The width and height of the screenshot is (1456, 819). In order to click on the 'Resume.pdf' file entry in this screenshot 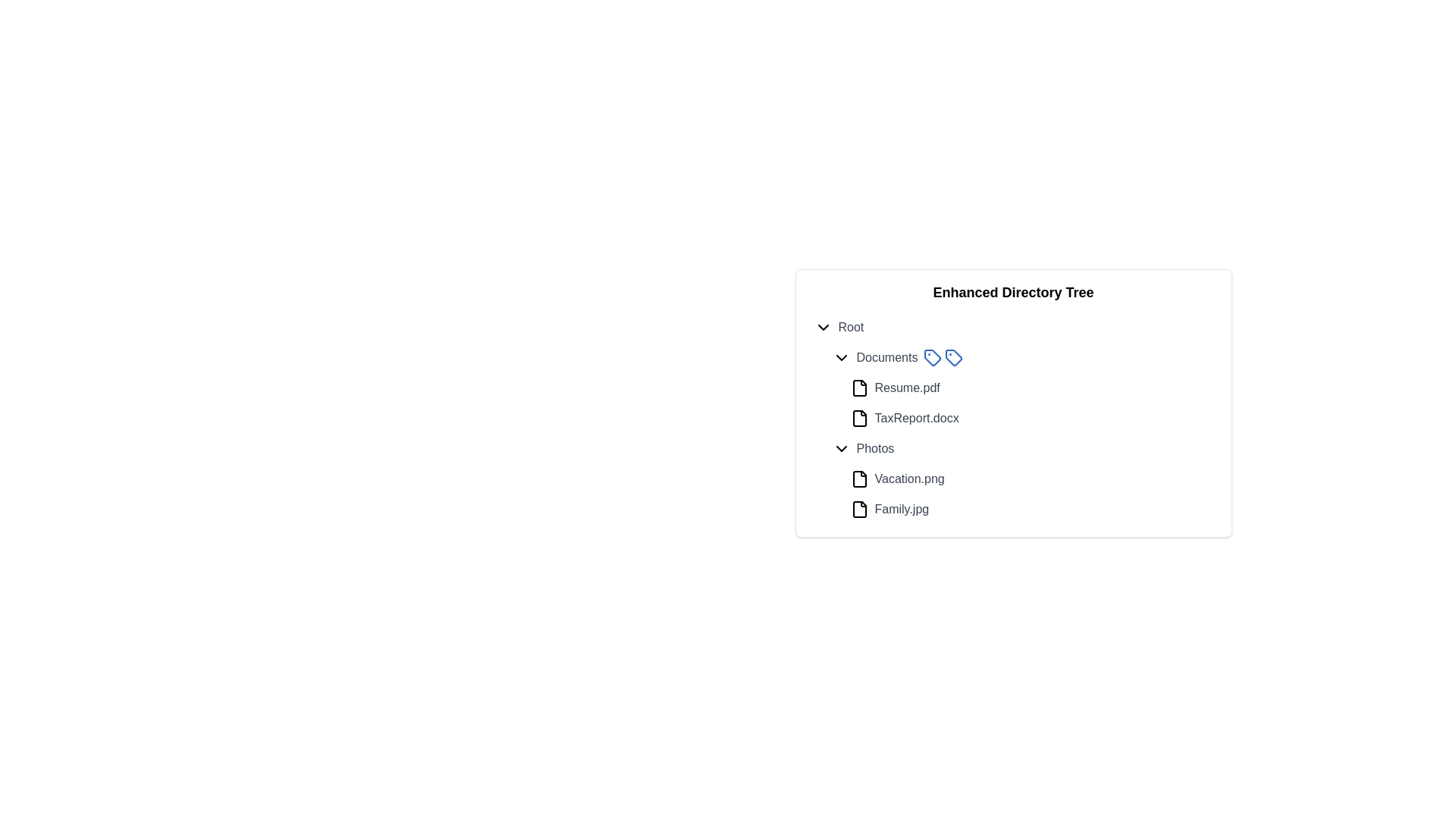, I will do `click(1031, 388)`.